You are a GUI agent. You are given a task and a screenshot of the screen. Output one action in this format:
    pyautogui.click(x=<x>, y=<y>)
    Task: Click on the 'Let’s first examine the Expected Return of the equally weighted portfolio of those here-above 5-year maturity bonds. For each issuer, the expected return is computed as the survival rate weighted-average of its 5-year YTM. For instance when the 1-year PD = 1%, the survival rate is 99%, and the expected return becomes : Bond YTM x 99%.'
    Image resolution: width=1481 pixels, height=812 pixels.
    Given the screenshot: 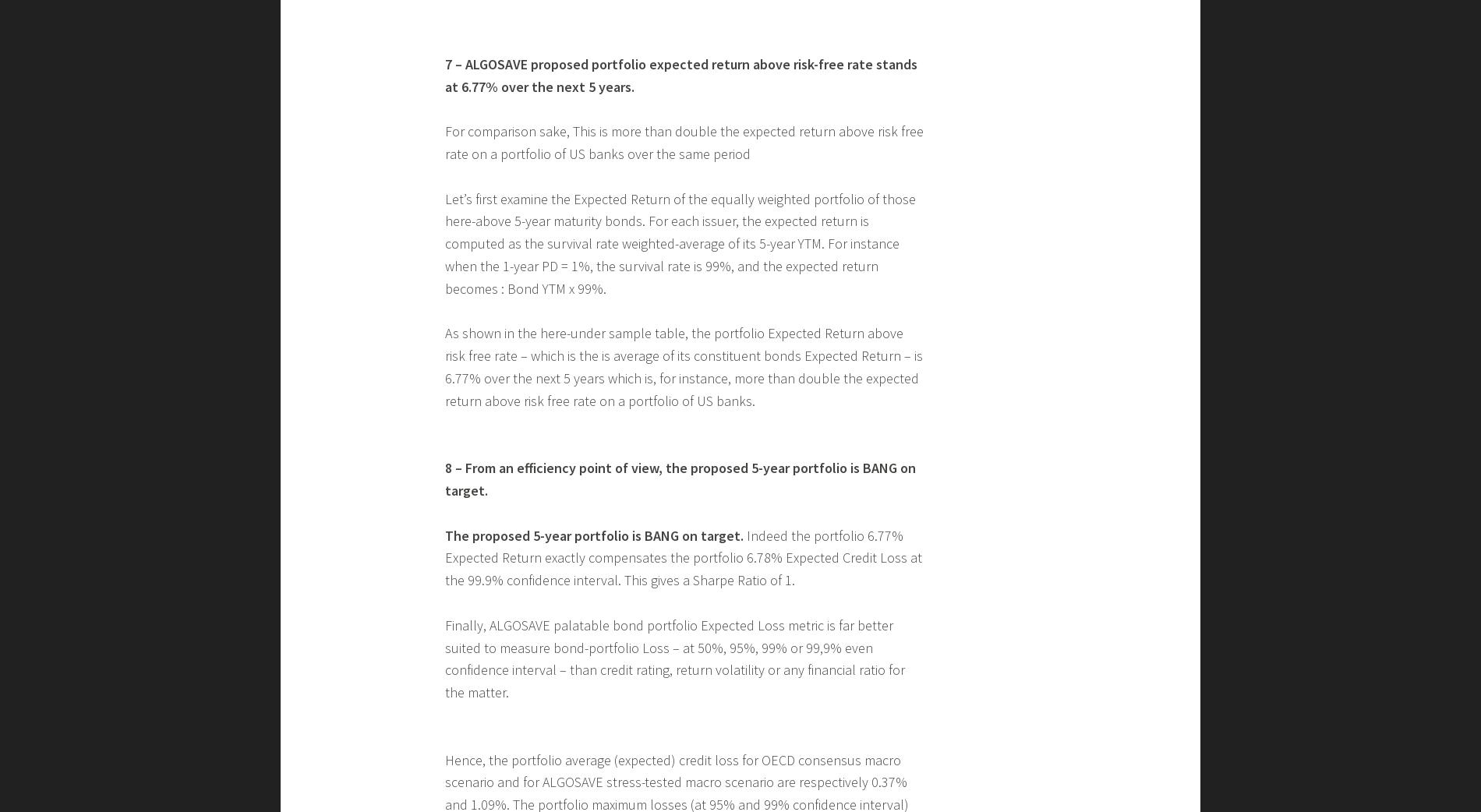 What is the action you would take?
    pyautogui.click(x=680, y=501)
    